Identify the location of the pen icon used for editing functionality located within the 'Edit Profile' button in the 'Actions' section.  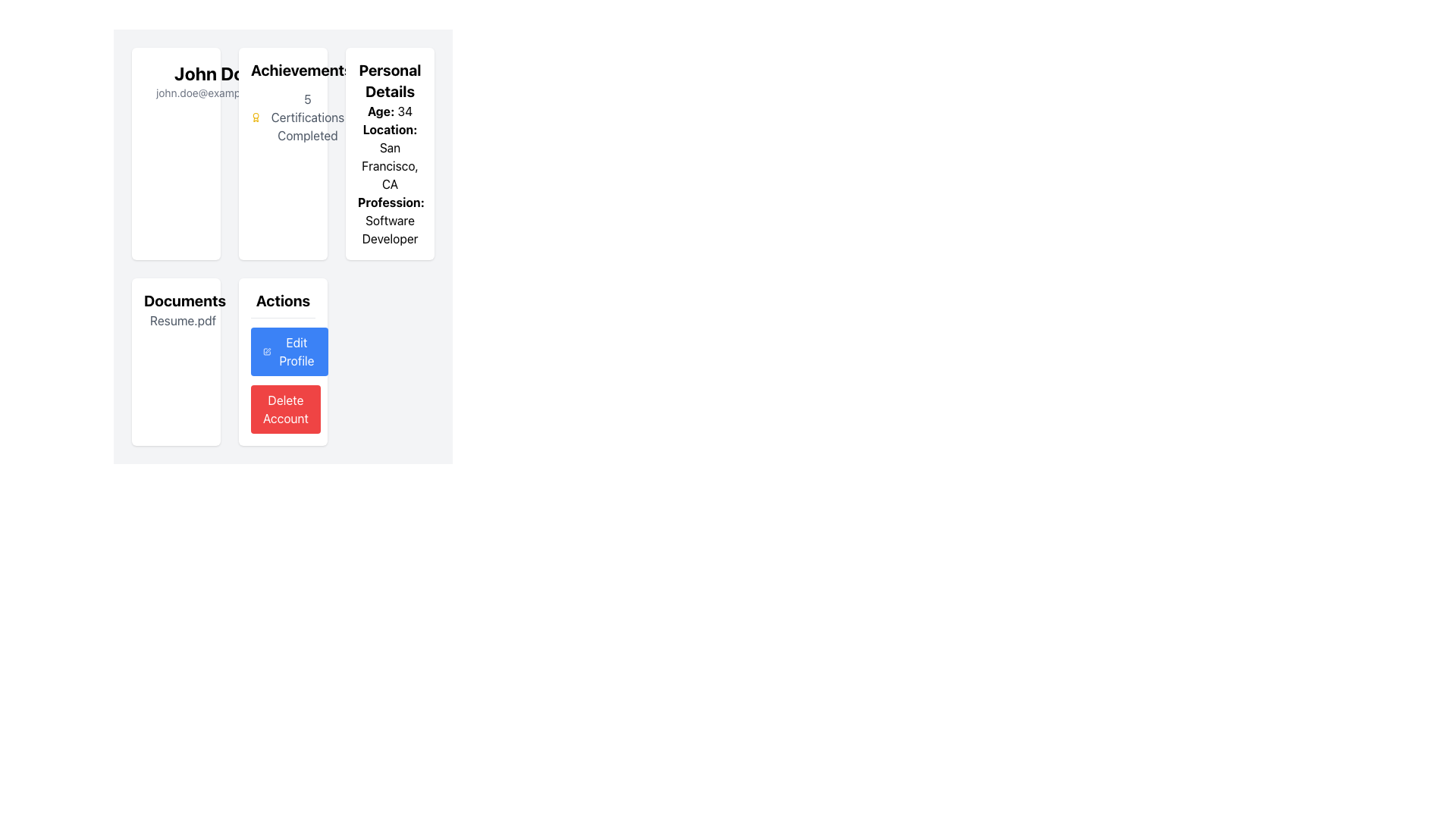
(267, 351).